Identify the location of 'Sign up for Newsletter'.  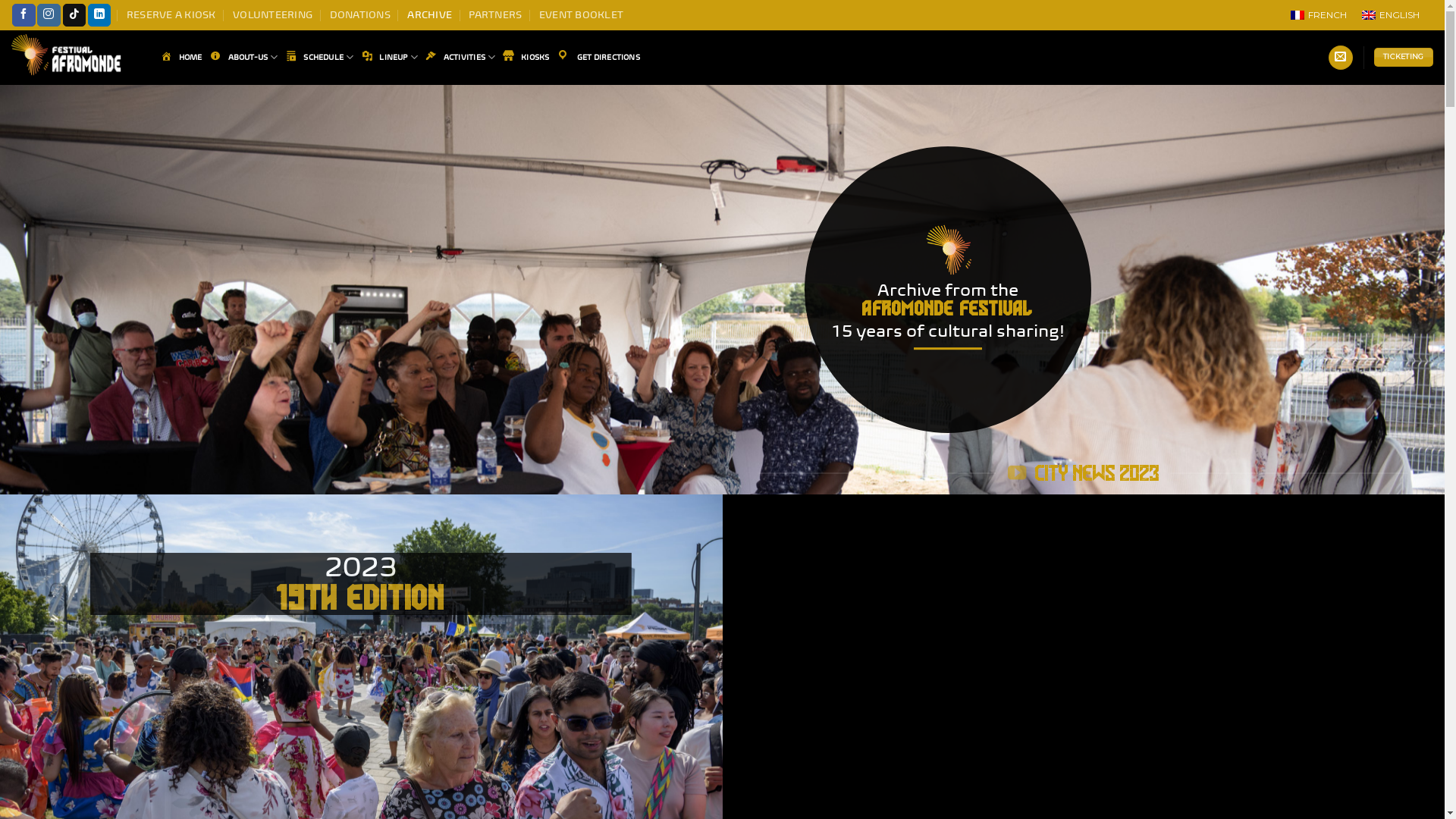
(1340, 57).